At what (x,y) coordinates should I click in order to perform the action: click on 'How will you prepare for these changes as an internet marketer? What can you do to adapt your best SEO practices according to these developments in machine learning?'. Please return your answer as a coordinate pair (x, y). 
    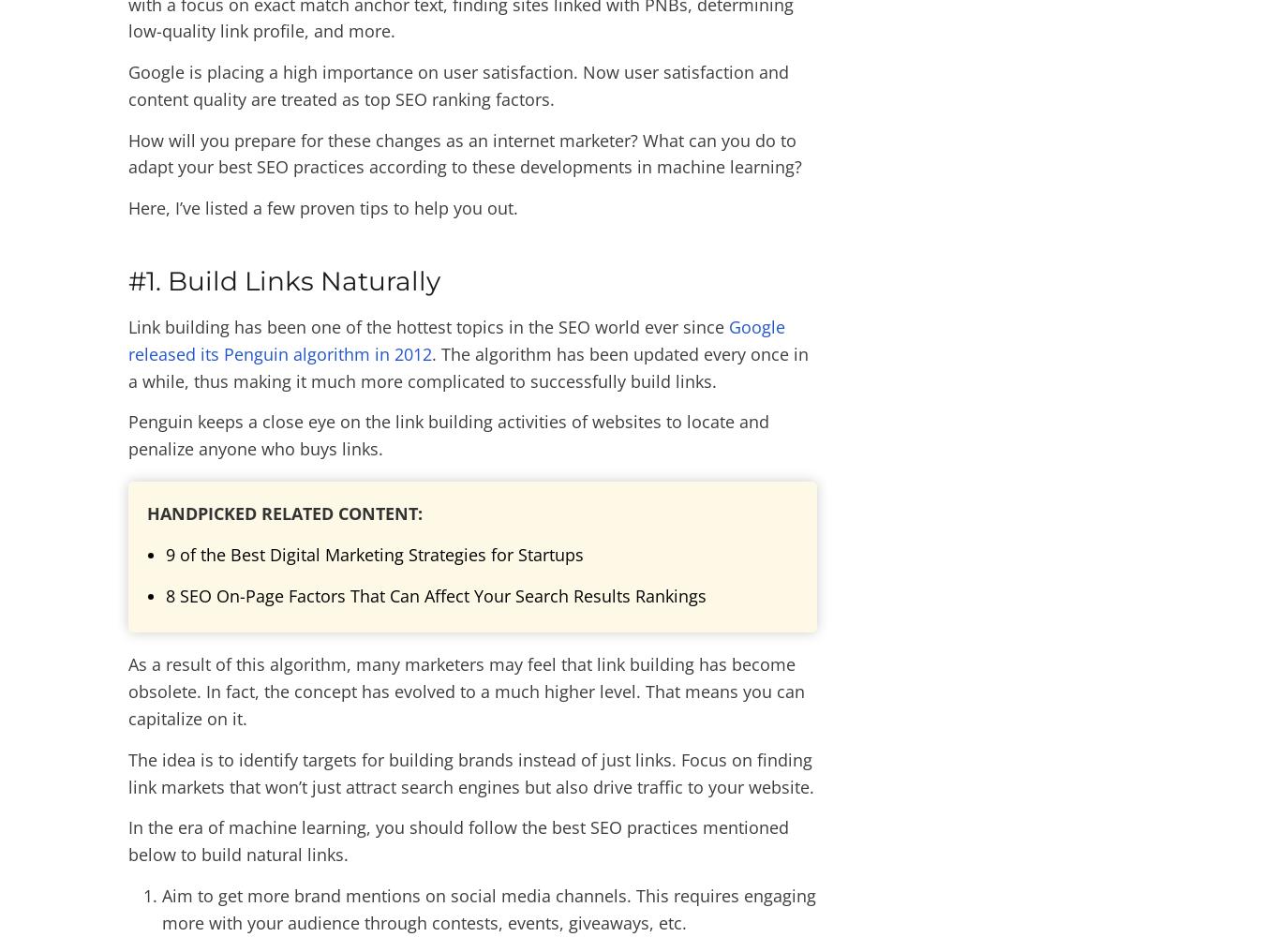
    Looking at the image, I should click on (465, 152).